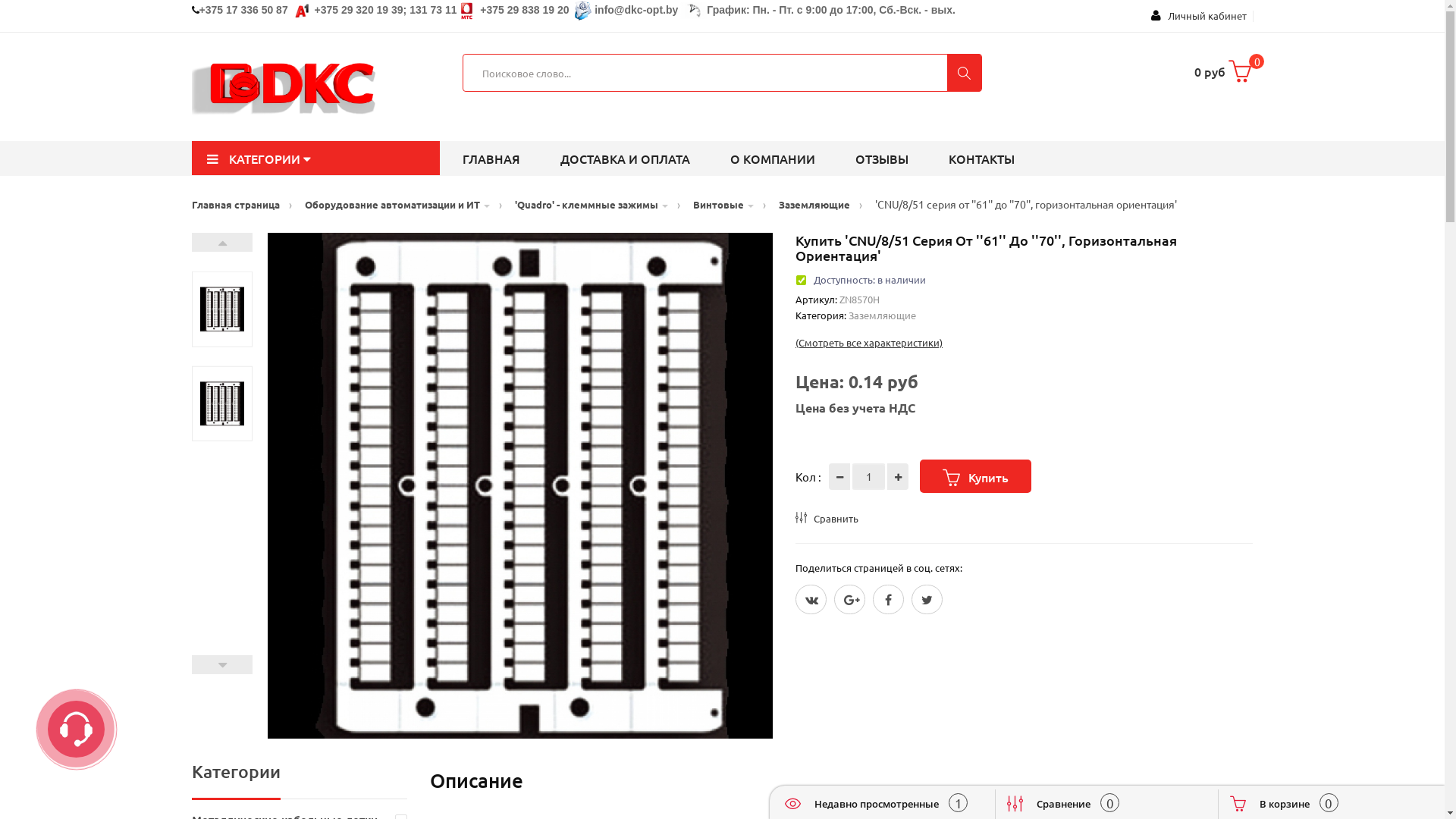 The height and width of the screenshot is (819, 1456). Describe the element at coordinates (926, 598) in the screenshot. I see `'Twitter'` at that location.